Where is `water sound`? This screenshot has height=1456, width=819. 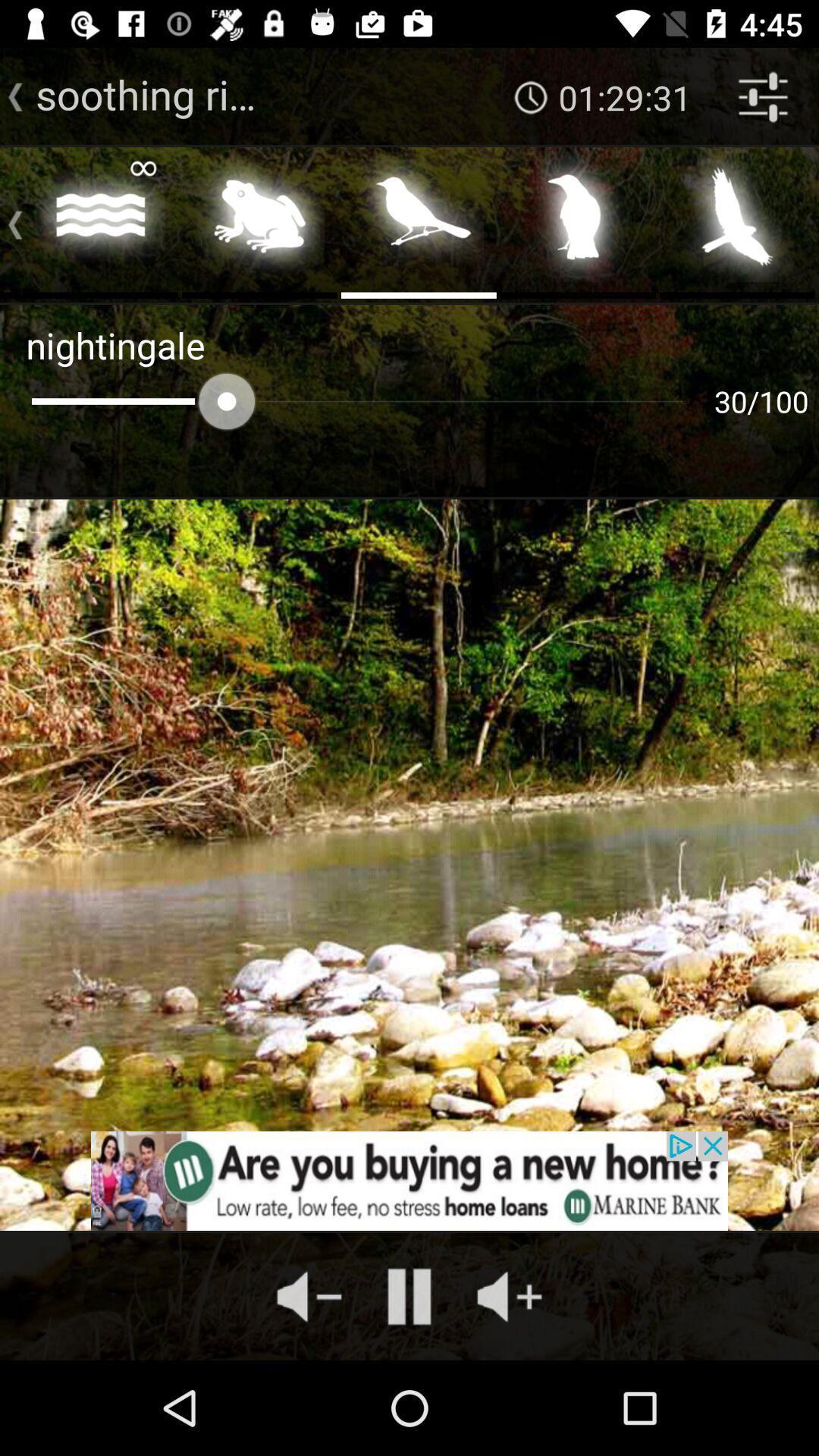
water sound is located at coordinates (100, 221).